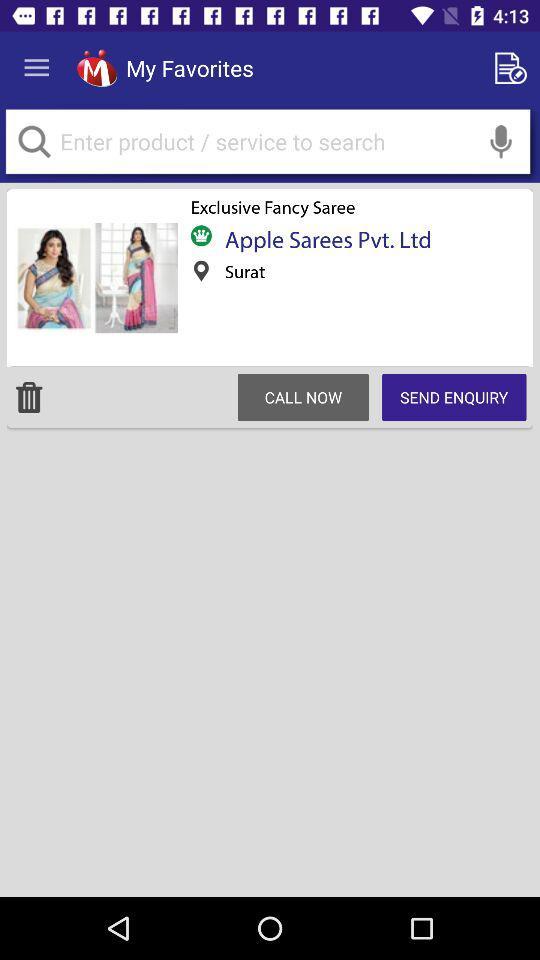  I want to click on click on the image, so click(94, 277).